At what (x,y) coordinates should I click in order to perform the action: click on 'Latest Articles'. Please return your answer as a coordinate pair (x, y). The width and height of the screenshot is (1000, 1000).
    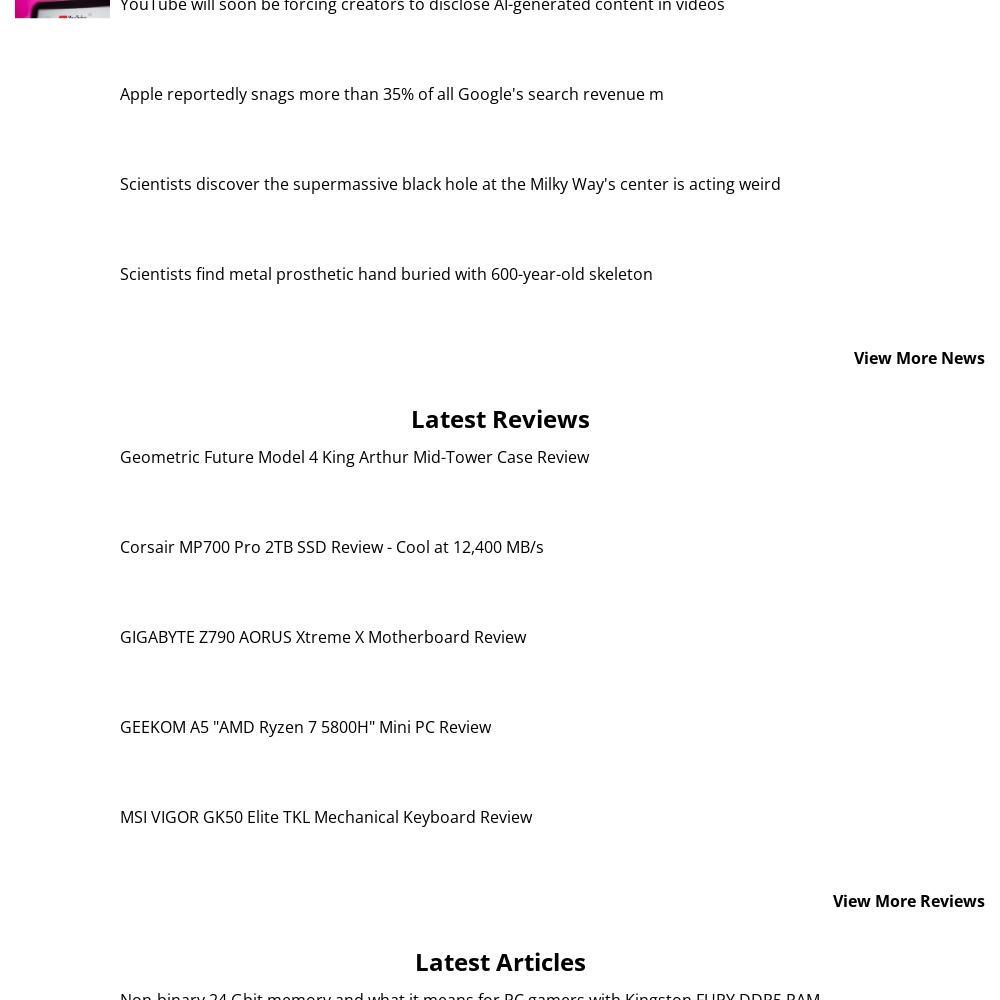
    Looking at the image, I should click on (498, 959).